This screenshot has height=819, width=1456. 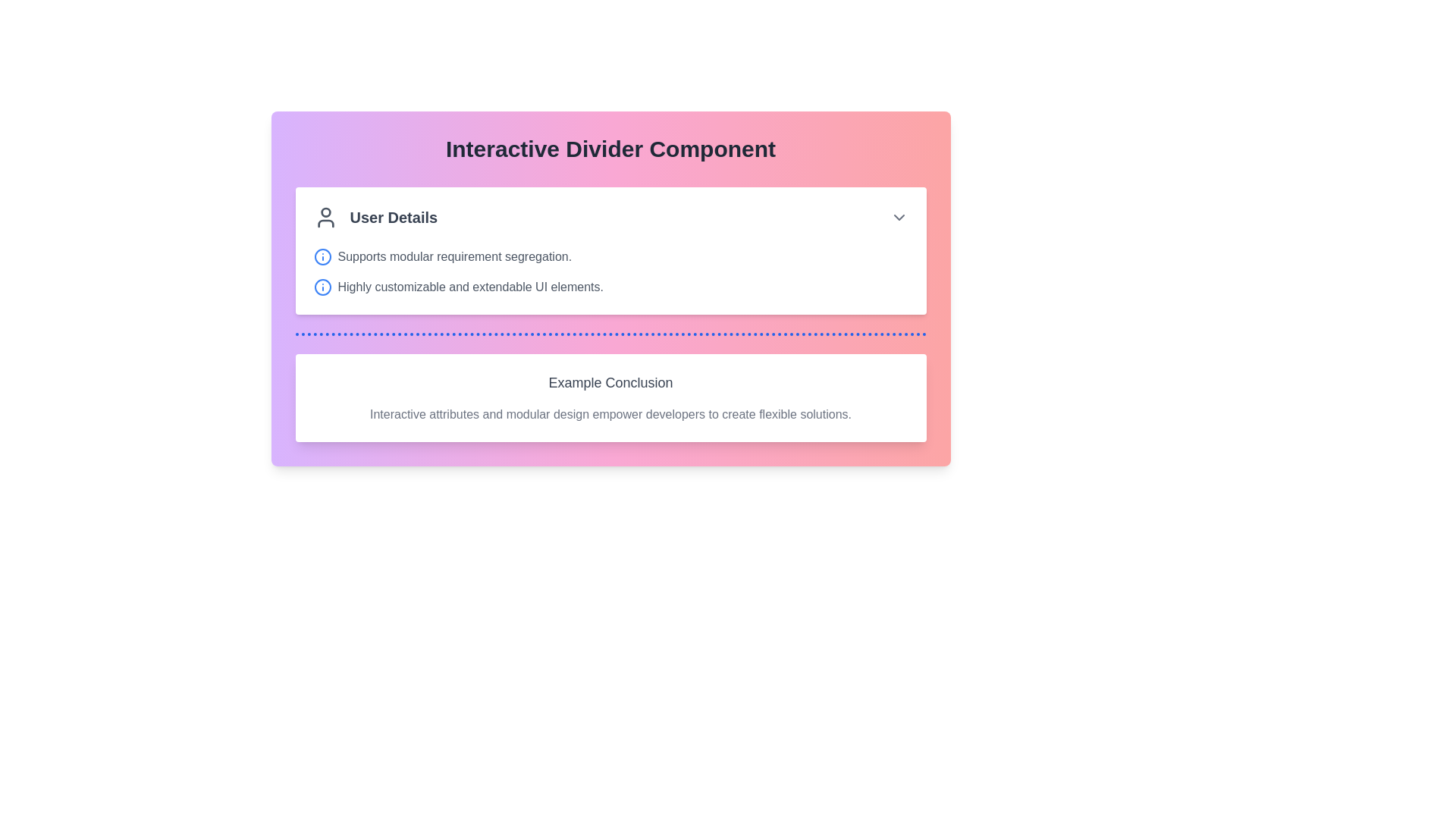 What do you see at coordinates (394, 217) in the screenshot?
I see `the Text Label that serves as a static heading providing context to the section, positioned to the right of a person icon` at bounding box center [394, 217].